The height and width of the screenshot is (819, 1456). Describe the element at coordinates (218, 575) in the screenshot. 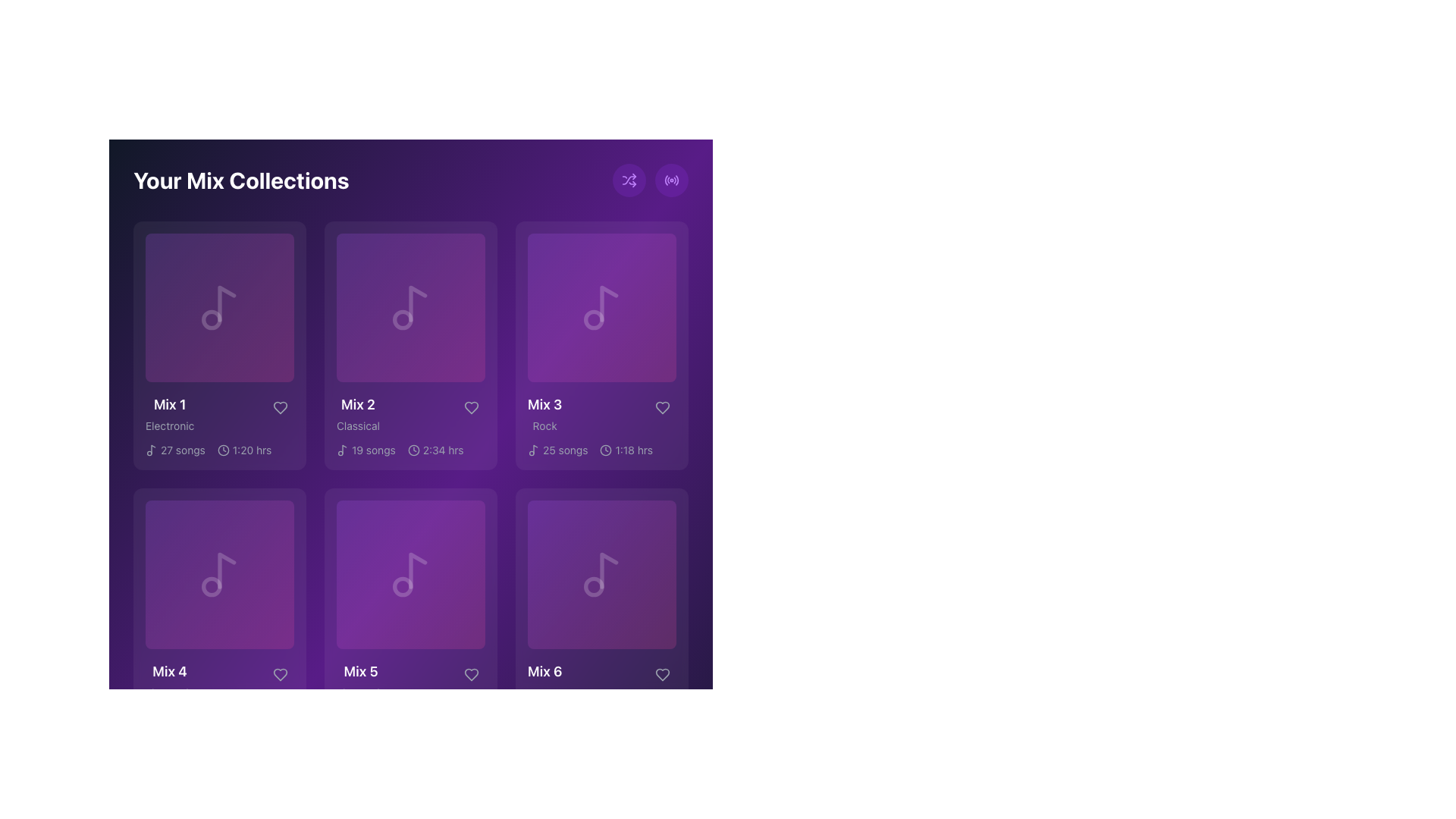

I see `the 'Mix 4' interactive visual button or card, which has a rounded square shape with a gradient background from purple to pink and features a white music note icon at its center` at that location.